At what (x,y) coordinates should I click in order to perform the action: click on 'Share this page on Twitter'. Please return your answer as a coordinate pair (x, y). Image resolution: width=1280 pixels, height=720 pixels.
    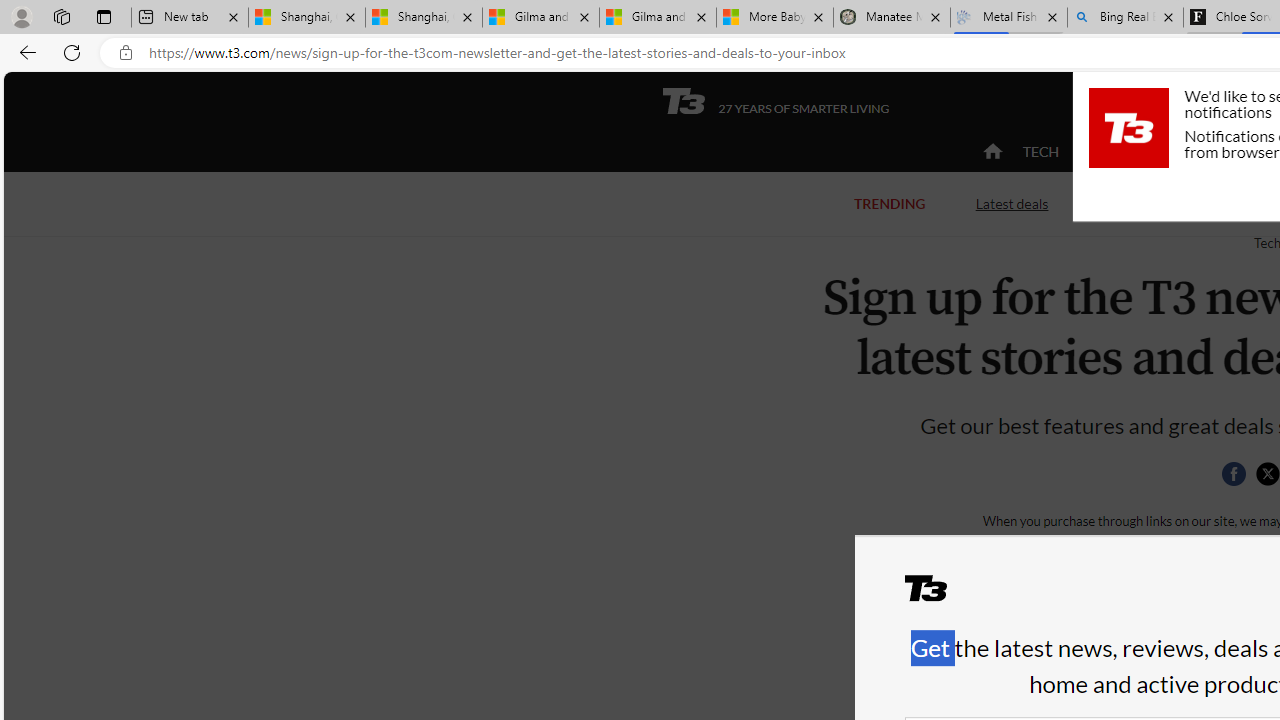
    Looking at the image, I should click on (1266, 474).